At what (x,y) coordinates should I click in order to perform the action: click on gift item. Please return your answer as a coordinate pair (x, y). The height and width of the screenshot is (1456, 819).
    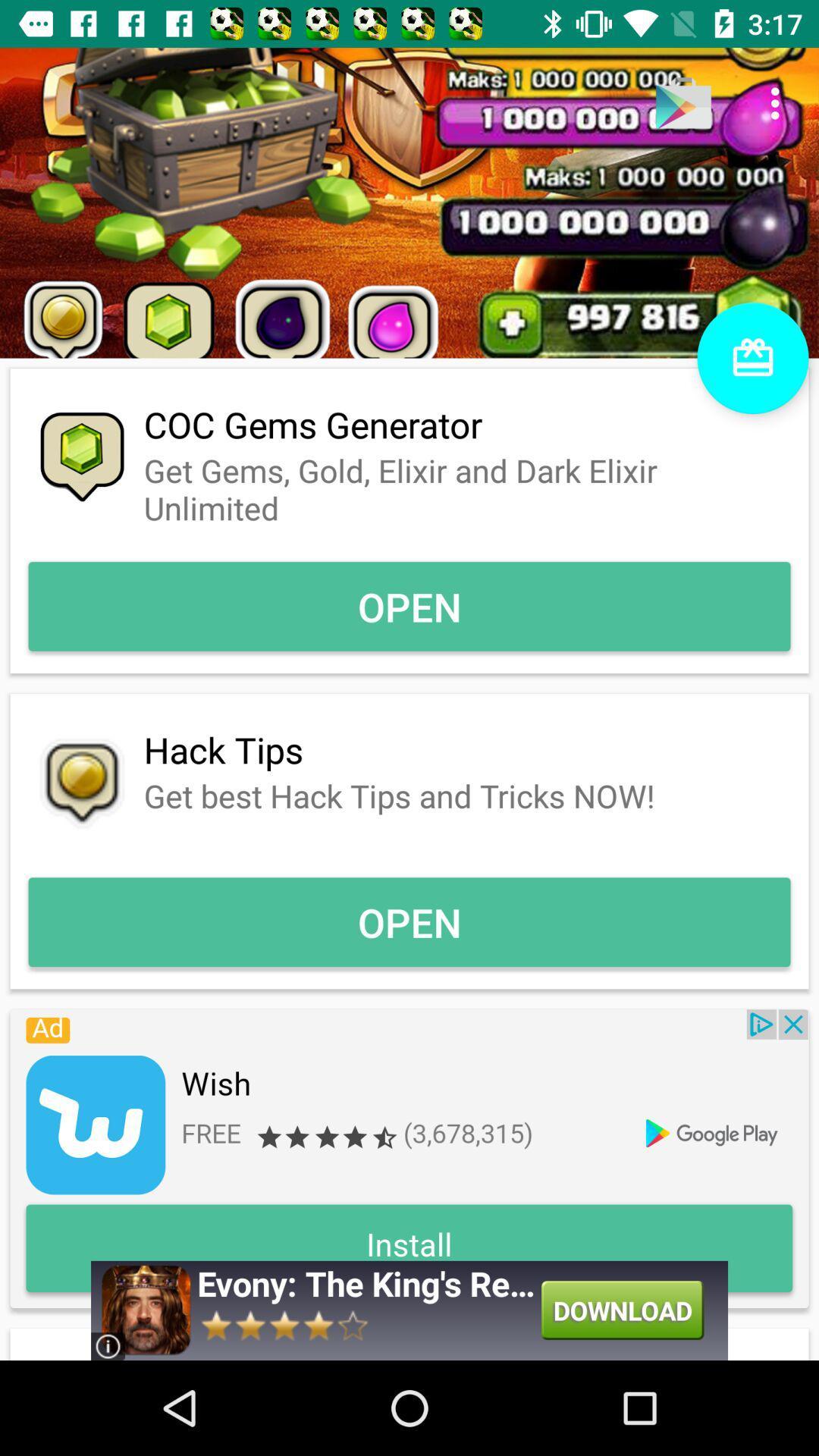
    Looking at the image, I should click on (752, 357).